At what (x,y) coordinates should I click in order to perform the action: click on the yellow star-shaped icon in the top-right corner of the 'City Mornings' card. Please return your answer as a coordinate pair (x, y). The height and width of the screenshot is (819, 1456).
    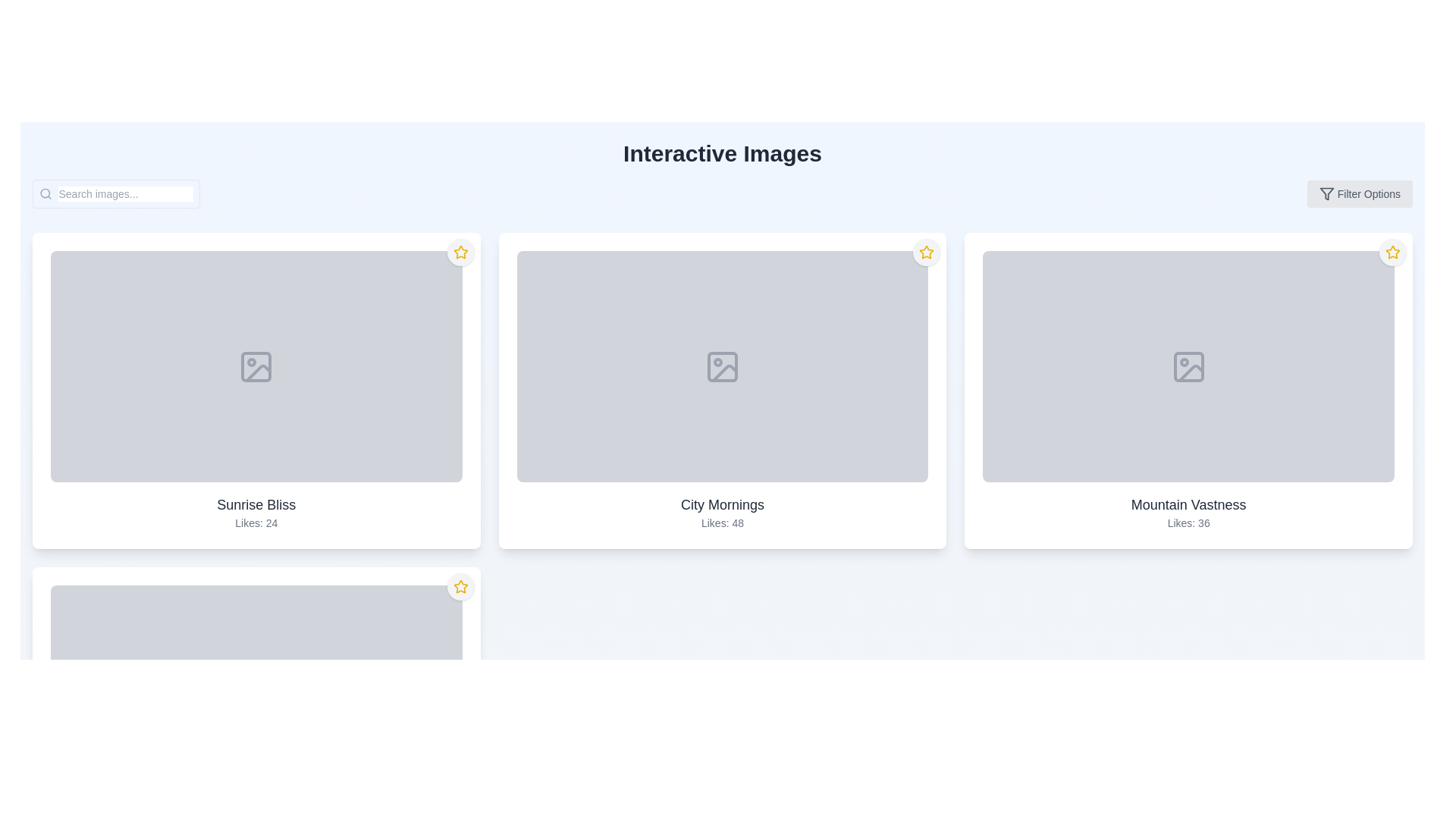
    Looking at the image, I should click on (926, 251).